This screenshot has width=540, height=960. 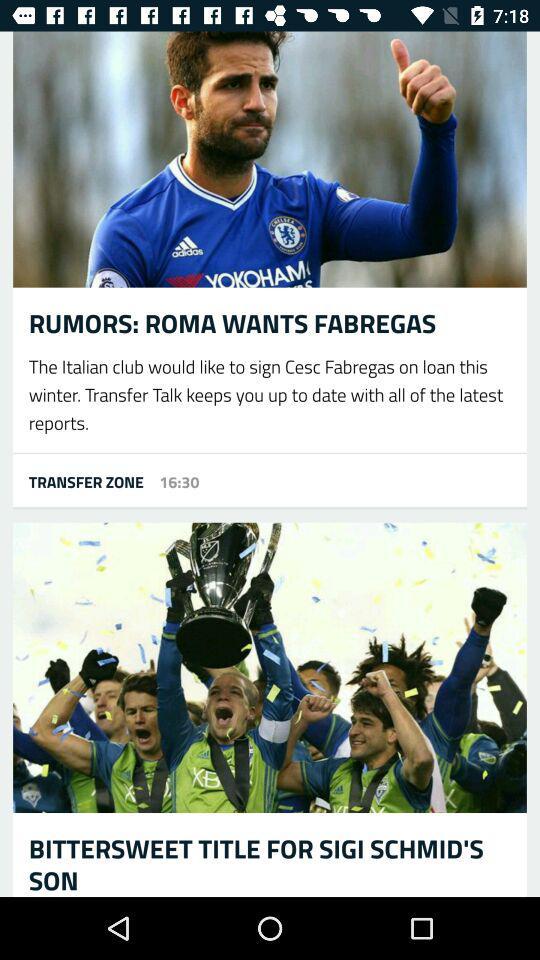 I want to click on the item next to 16:30 icon, so click(x=77, y=480).